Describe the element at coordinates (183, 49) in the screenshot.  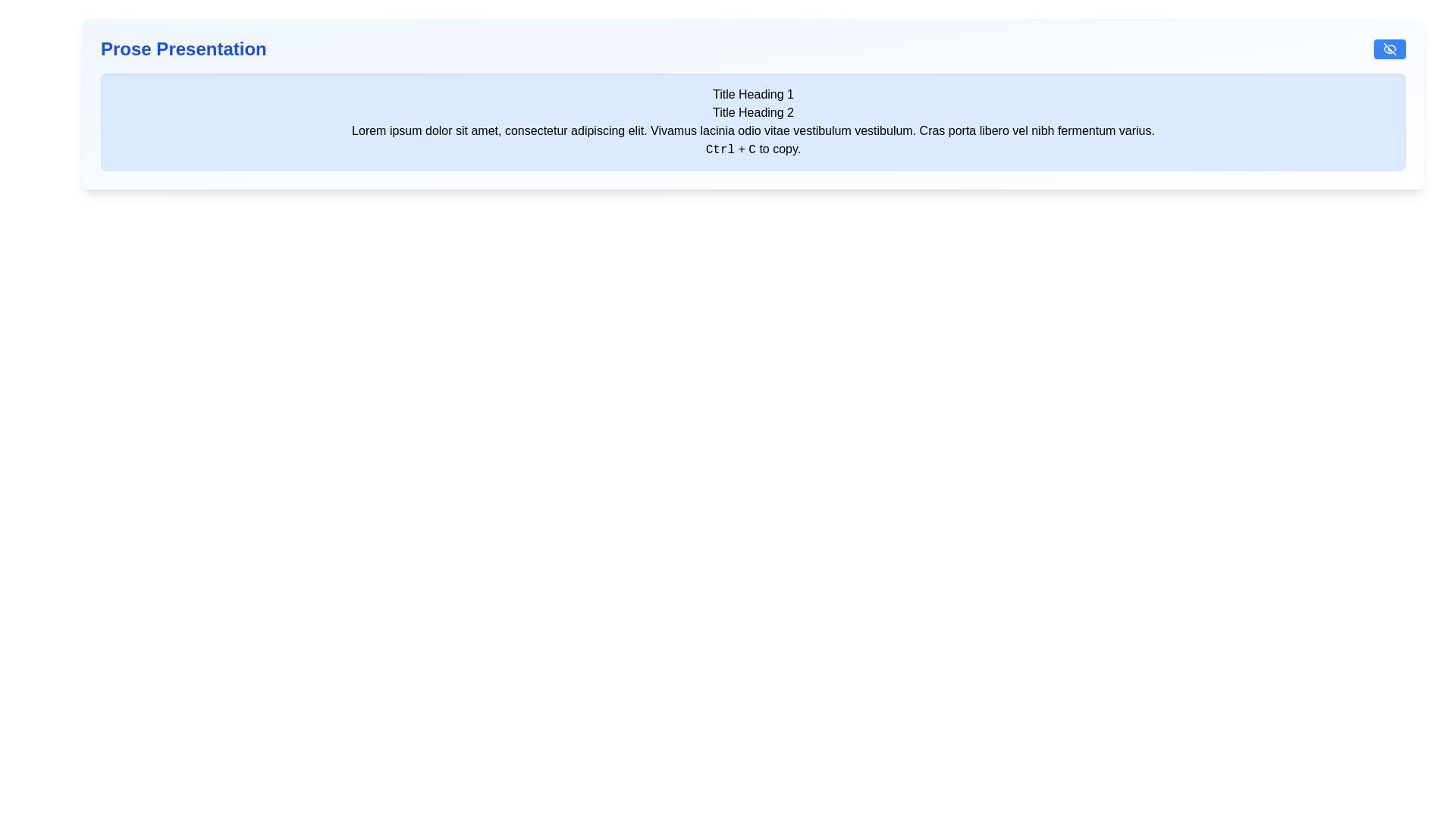
I see `the Text Label located at the top-left corner of the page, which serves as a heading or title for the surrounding content` at that location.